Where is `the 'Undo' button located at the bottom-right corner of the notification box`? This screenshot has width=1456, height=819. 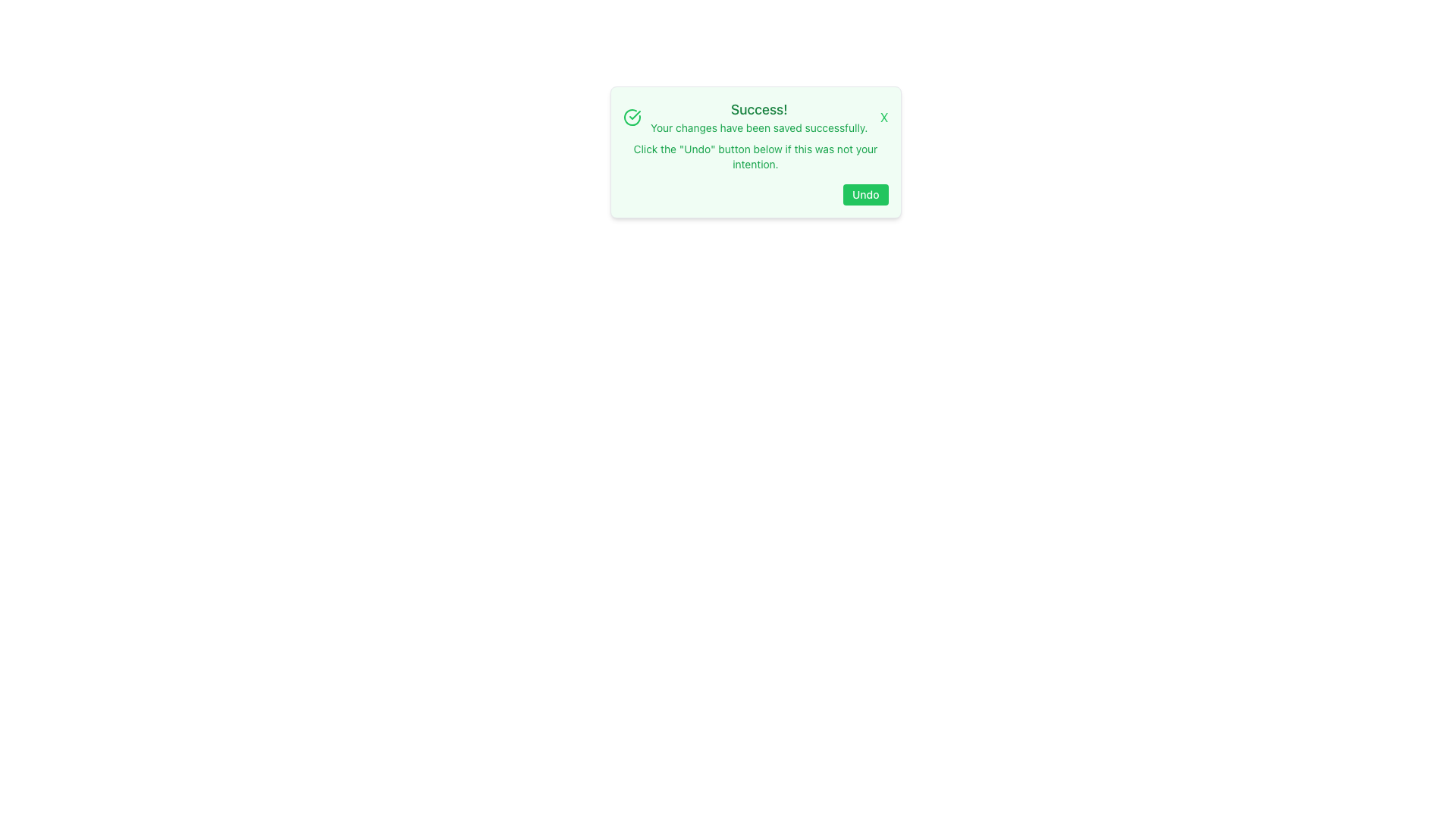 the 'Undo' button located at the bottom-right corner of the notification box is located at coordinates (865, 194).